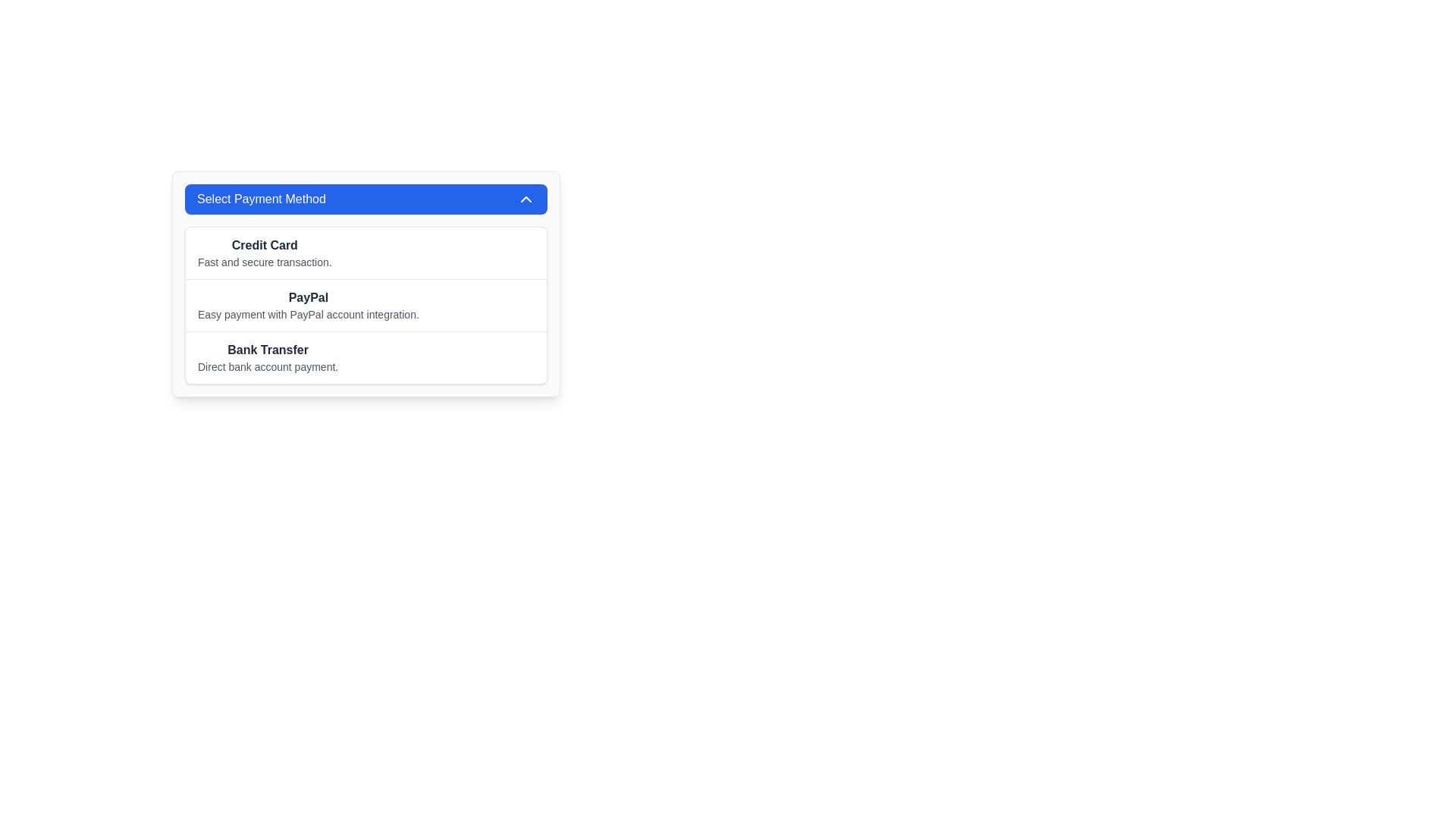  Describe the element at coordinates (307, 314) in the screenshot. I see `the text element displaying 'Easy payment with PayPal account integration.' located below the 'PayPal' label in the payment method selection interface` at that location.